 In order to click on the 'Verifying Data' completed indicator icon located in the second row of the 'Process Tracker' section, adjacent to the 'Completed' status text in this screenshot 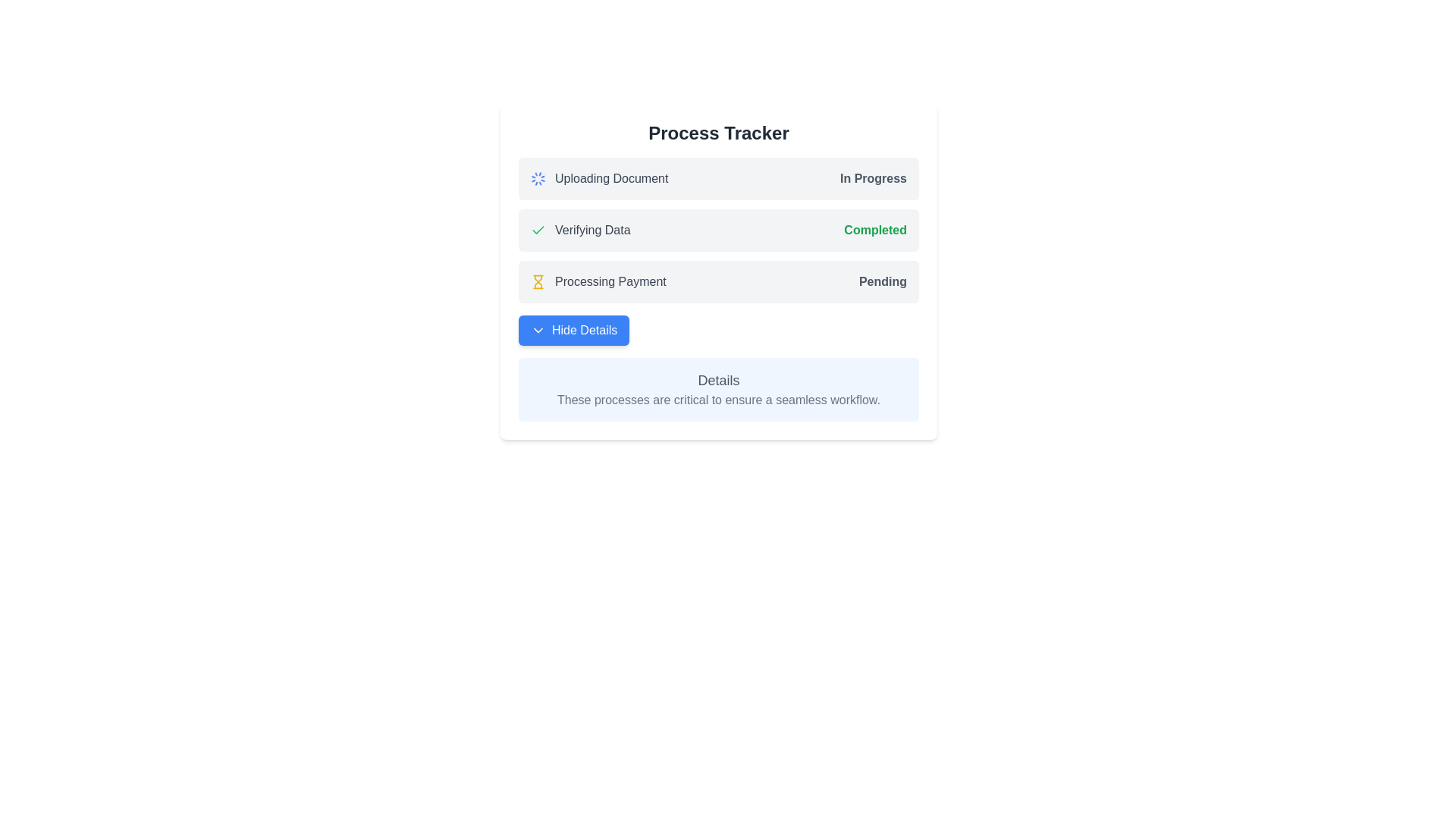, I will do `click(538, 230)`.